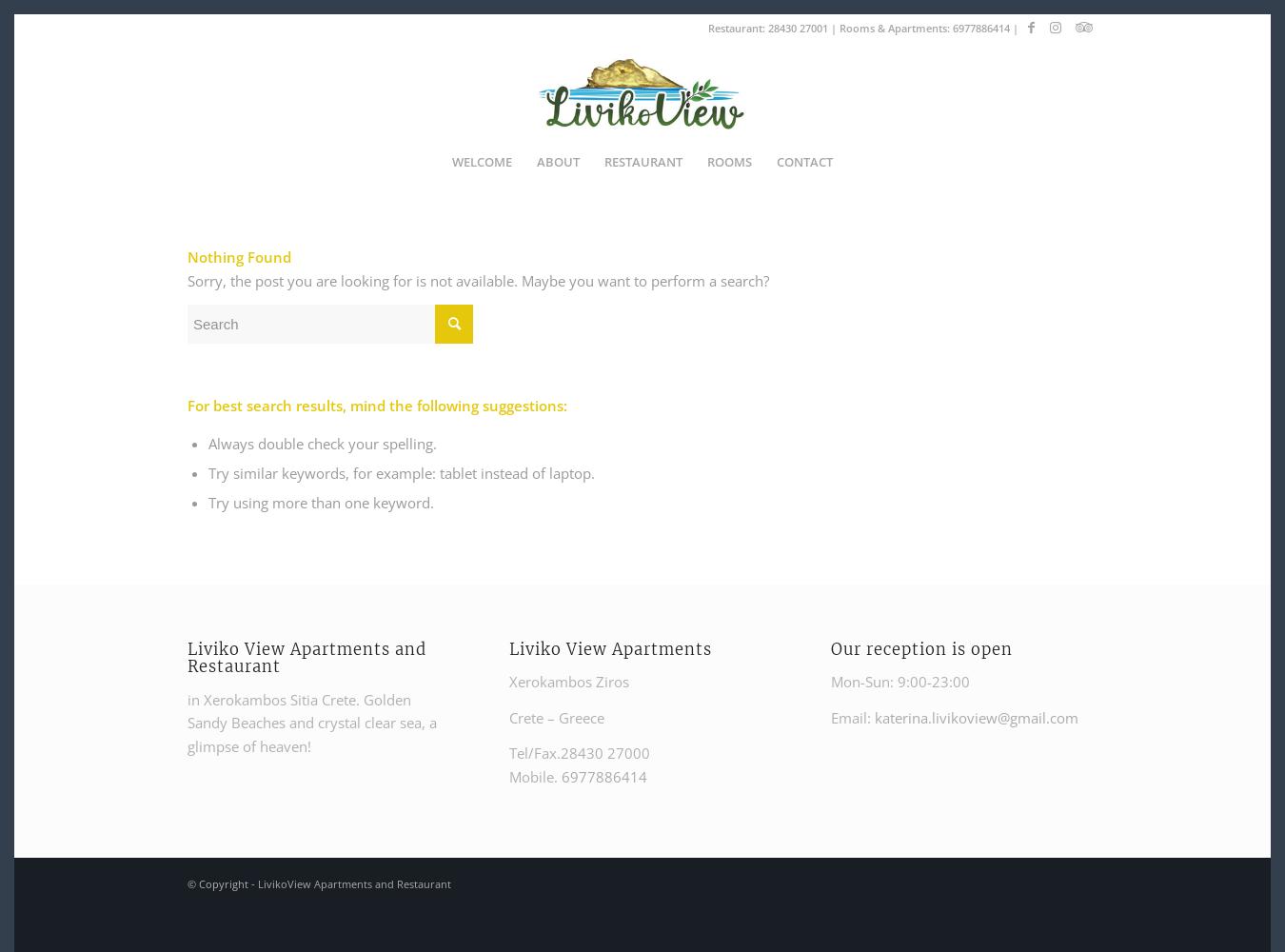 Image resolution: width=1285 pixels, height=952 pixels. What do you see at coordinates (919, 648) in the screenshot?
I see `'Our reception is open'` at bounding box center [919, 648].